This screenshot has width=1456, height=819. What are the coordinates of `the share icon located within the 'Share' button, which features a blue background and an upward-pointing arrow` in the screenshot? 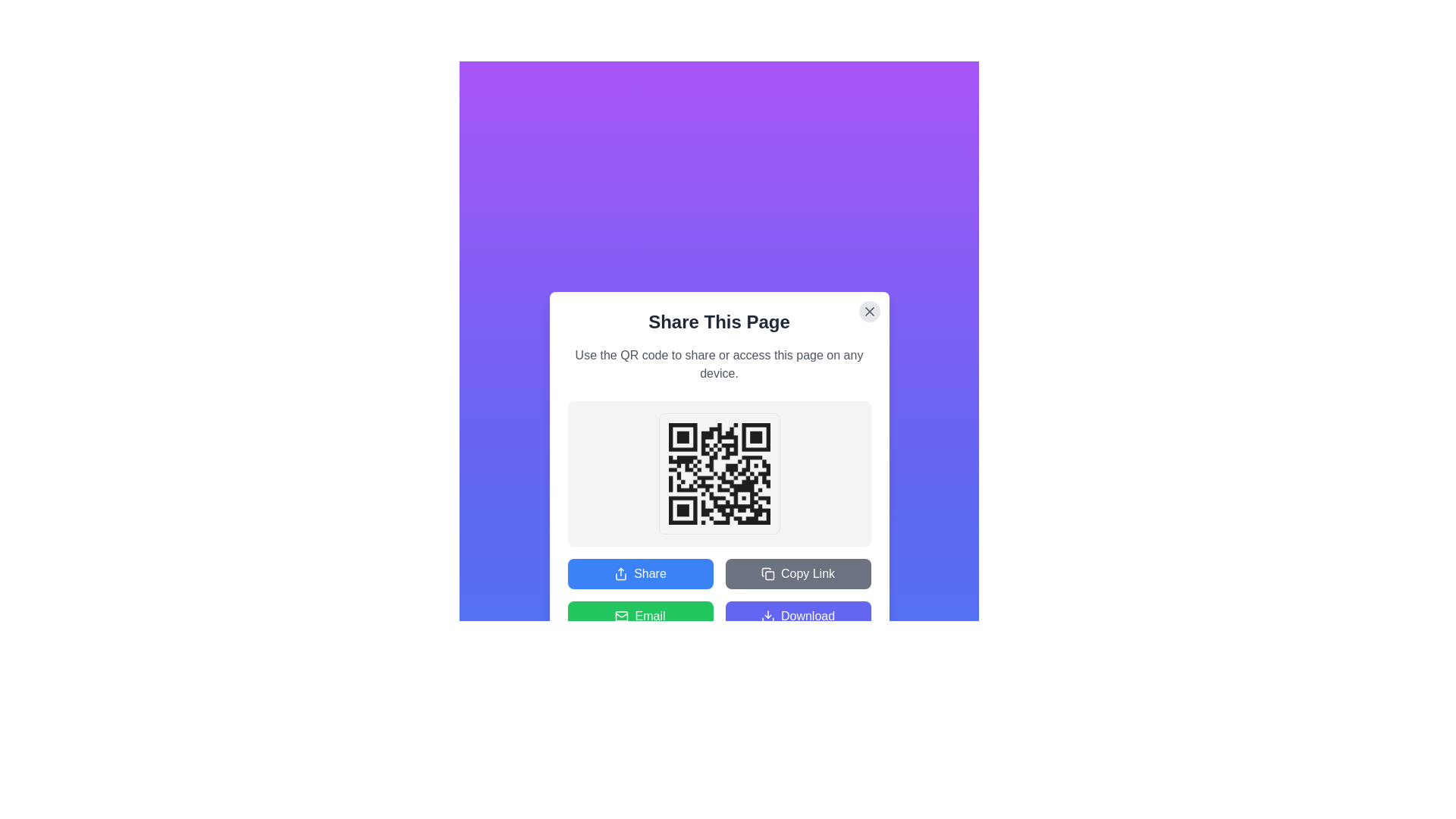 It's located at (621, 573).